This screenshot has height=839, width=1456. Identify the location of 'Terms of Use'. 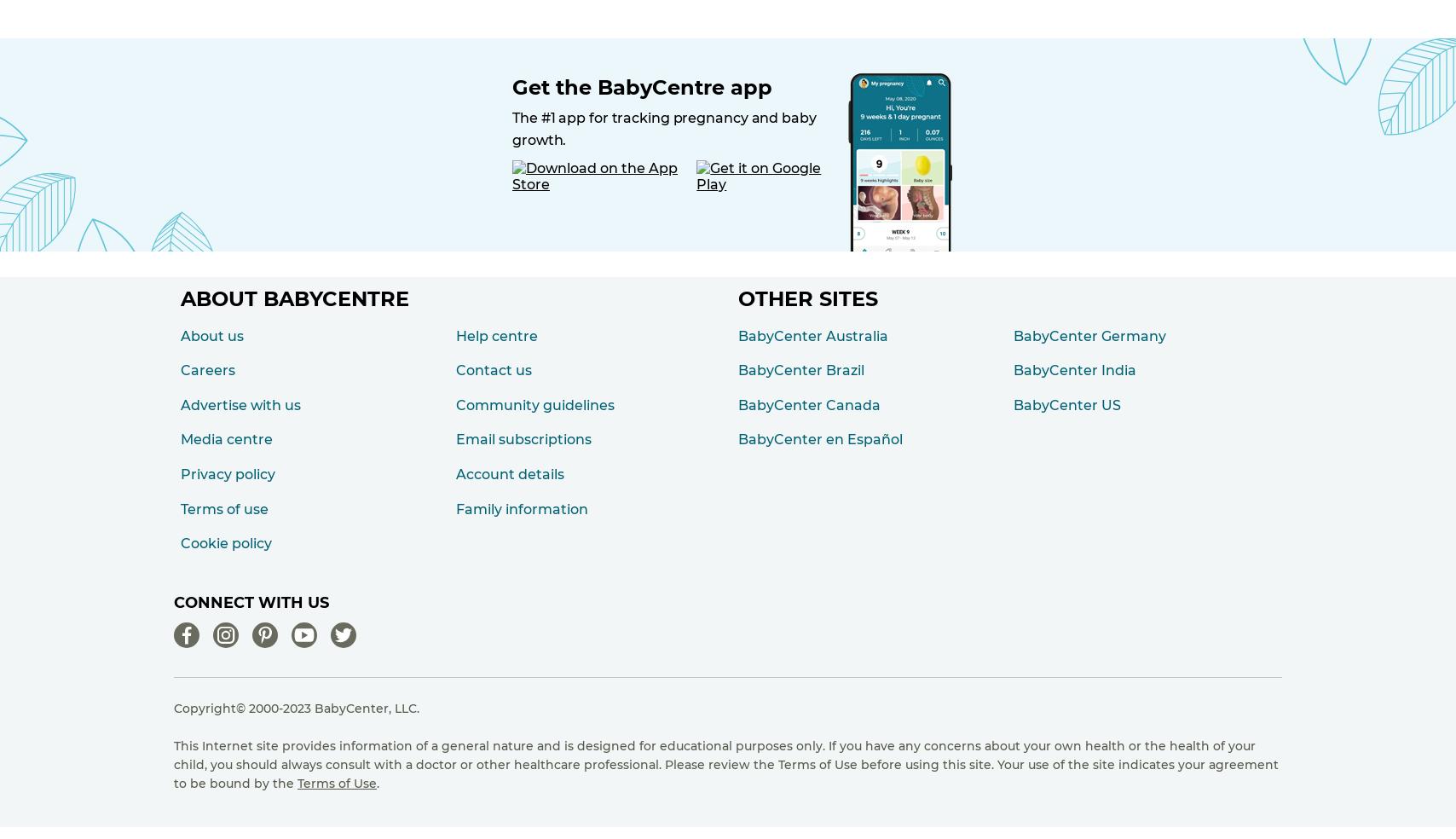
(297, 782).